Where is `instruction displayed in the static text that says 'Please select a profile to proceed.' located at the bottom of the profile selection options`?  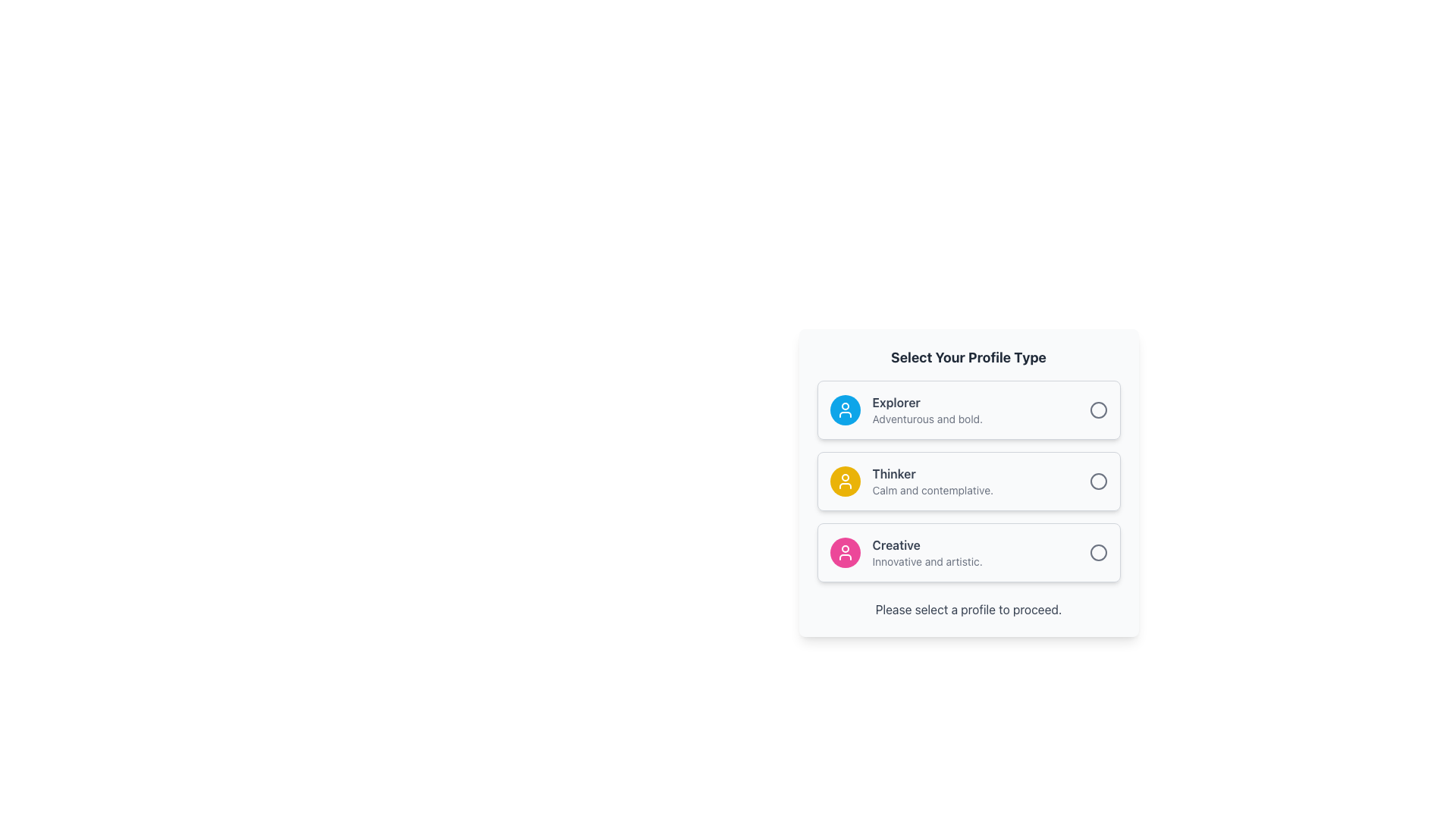 instruction displayed in the static text that says 'Please select a profile to proceed.' located at the bottom of the profile selection options is located at coordinates (968, 608).